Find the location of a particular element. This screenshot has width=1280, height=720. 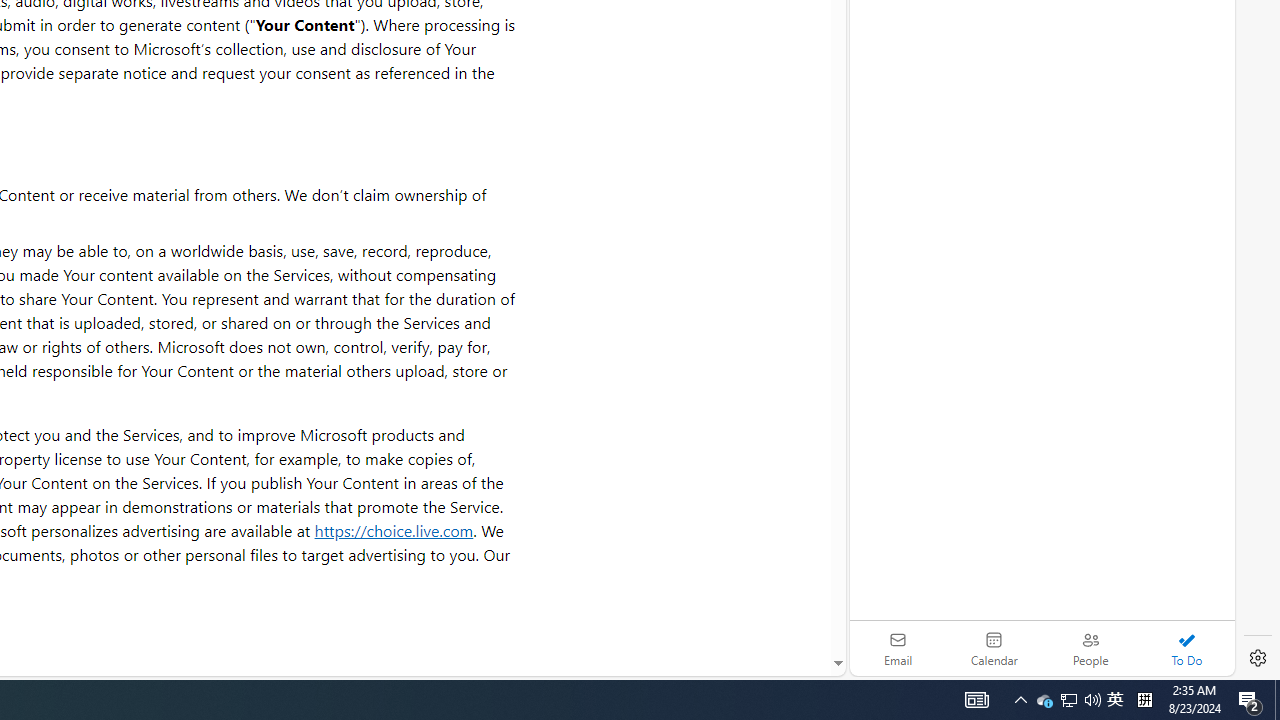

'To Do' is located at coordinates (1186, 648).